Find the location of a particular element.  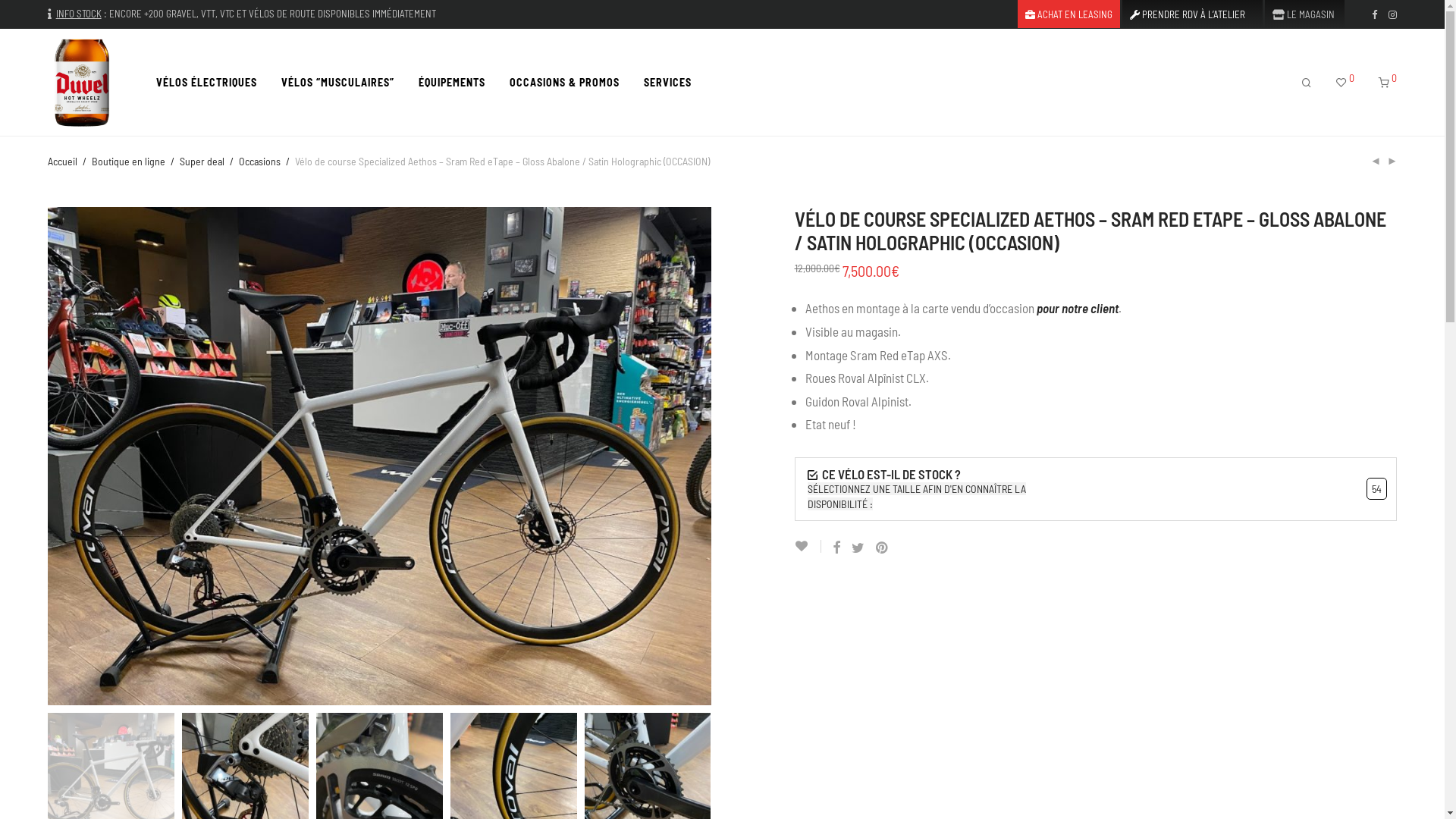

'LE MAGASIN' is located at coordinates (1298, 14).